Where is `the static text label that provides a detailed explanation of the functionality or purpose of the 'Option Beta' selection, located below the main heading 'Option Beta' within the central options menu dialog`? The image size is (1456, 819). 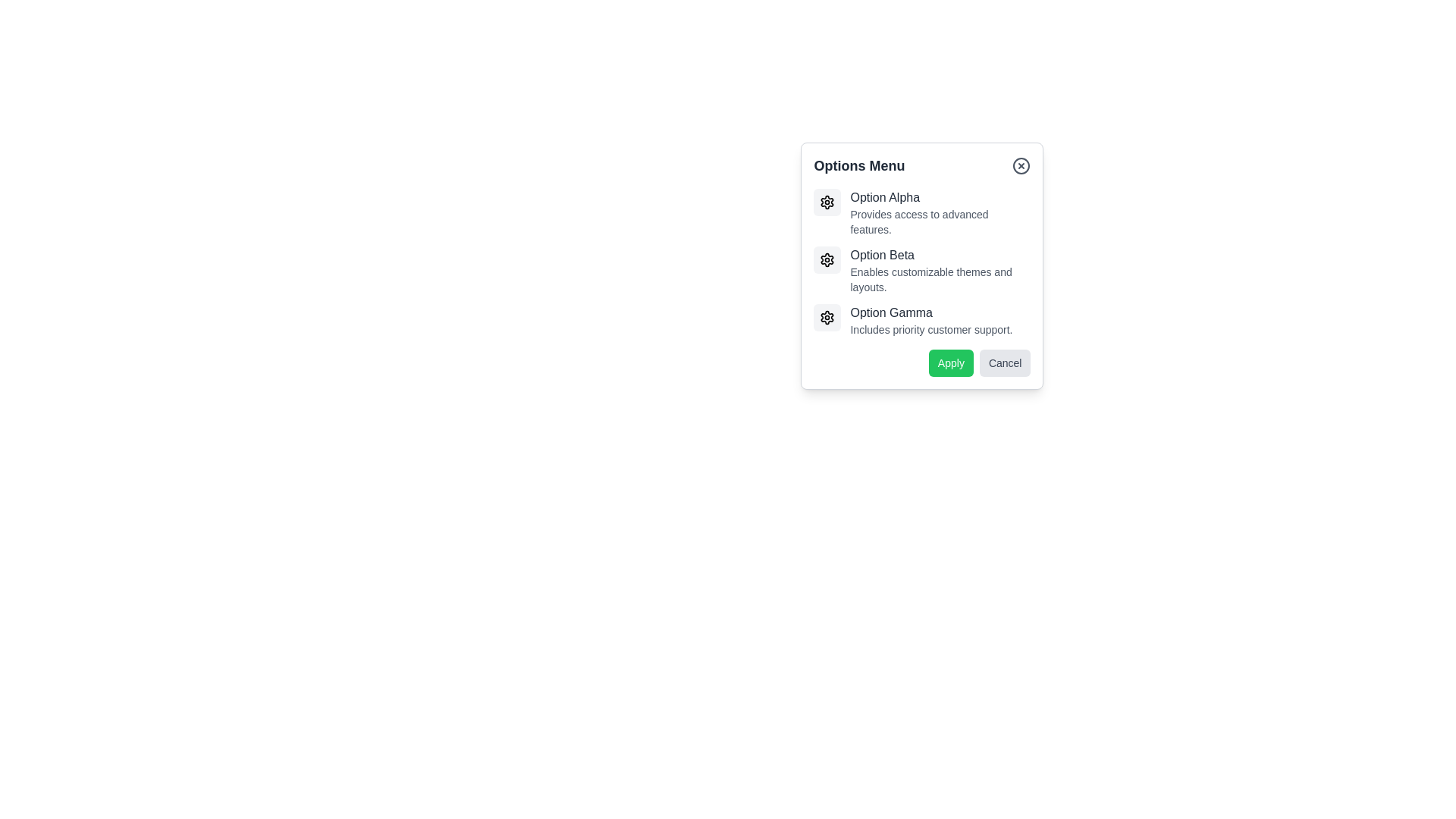
the static text label that provides a detailed explanation of the functionality or purpose of the 'Option Beta' selection, located below the main heading 'Option Beta' within the central options menu dialog is located at coordinates (940, 280).